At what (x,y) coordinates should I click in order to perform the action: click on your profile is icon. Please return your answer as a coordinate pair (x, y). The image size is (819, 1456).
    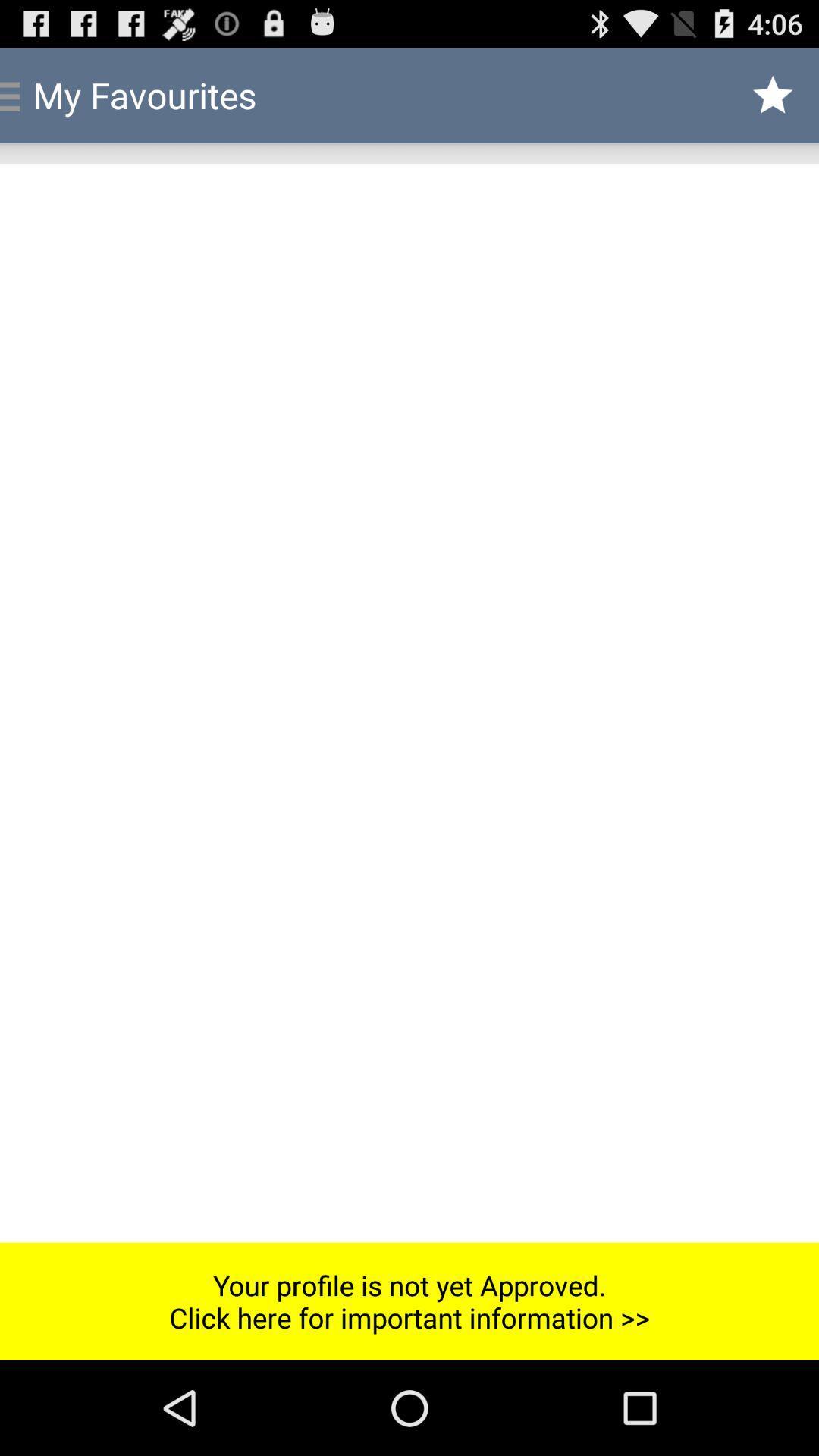
    Looking at the image, I should click on (409, 1301).